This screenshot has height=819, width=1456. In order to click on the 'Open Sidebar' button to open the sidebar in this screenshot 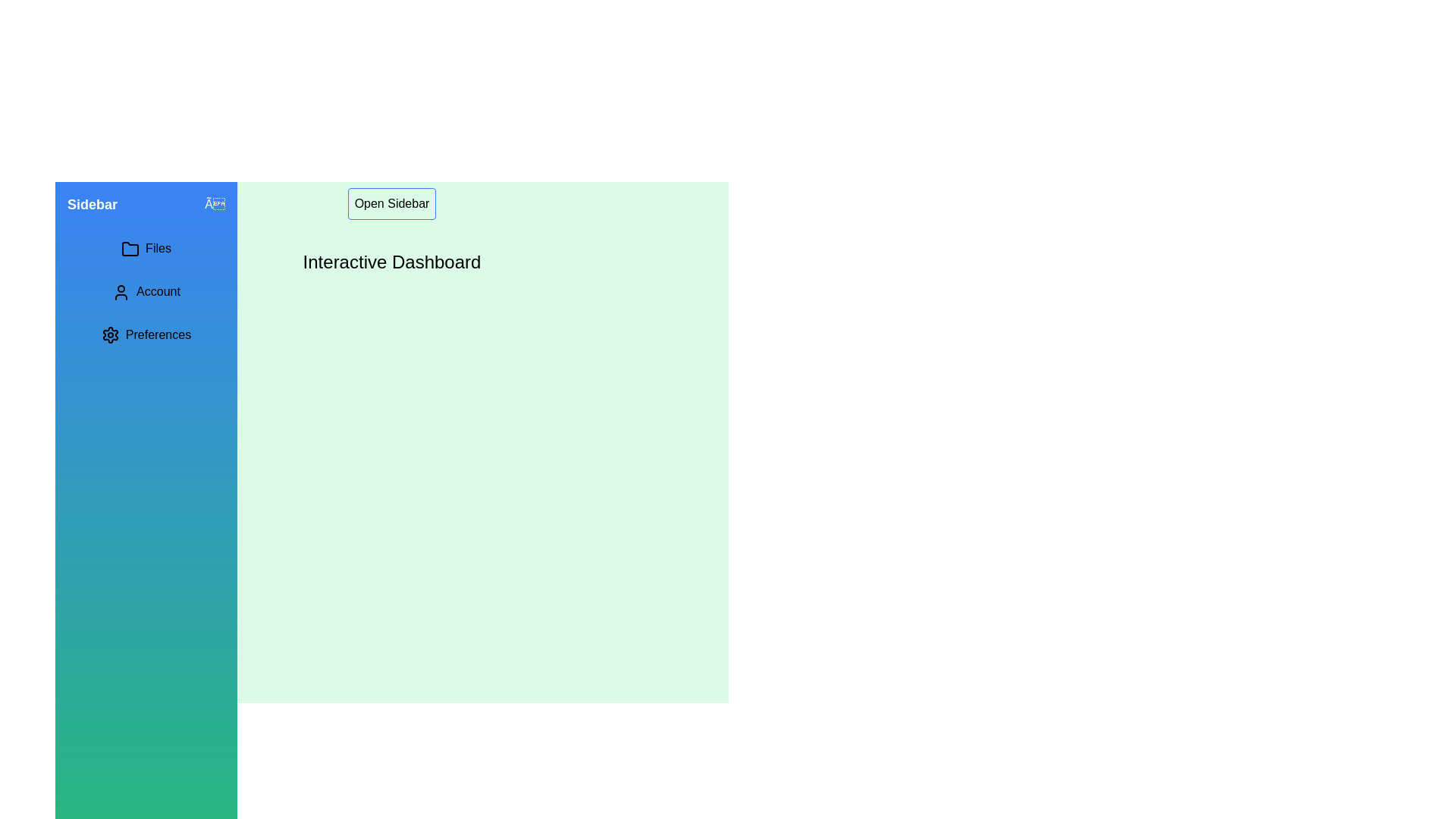, I will do `click(392, 203)`.